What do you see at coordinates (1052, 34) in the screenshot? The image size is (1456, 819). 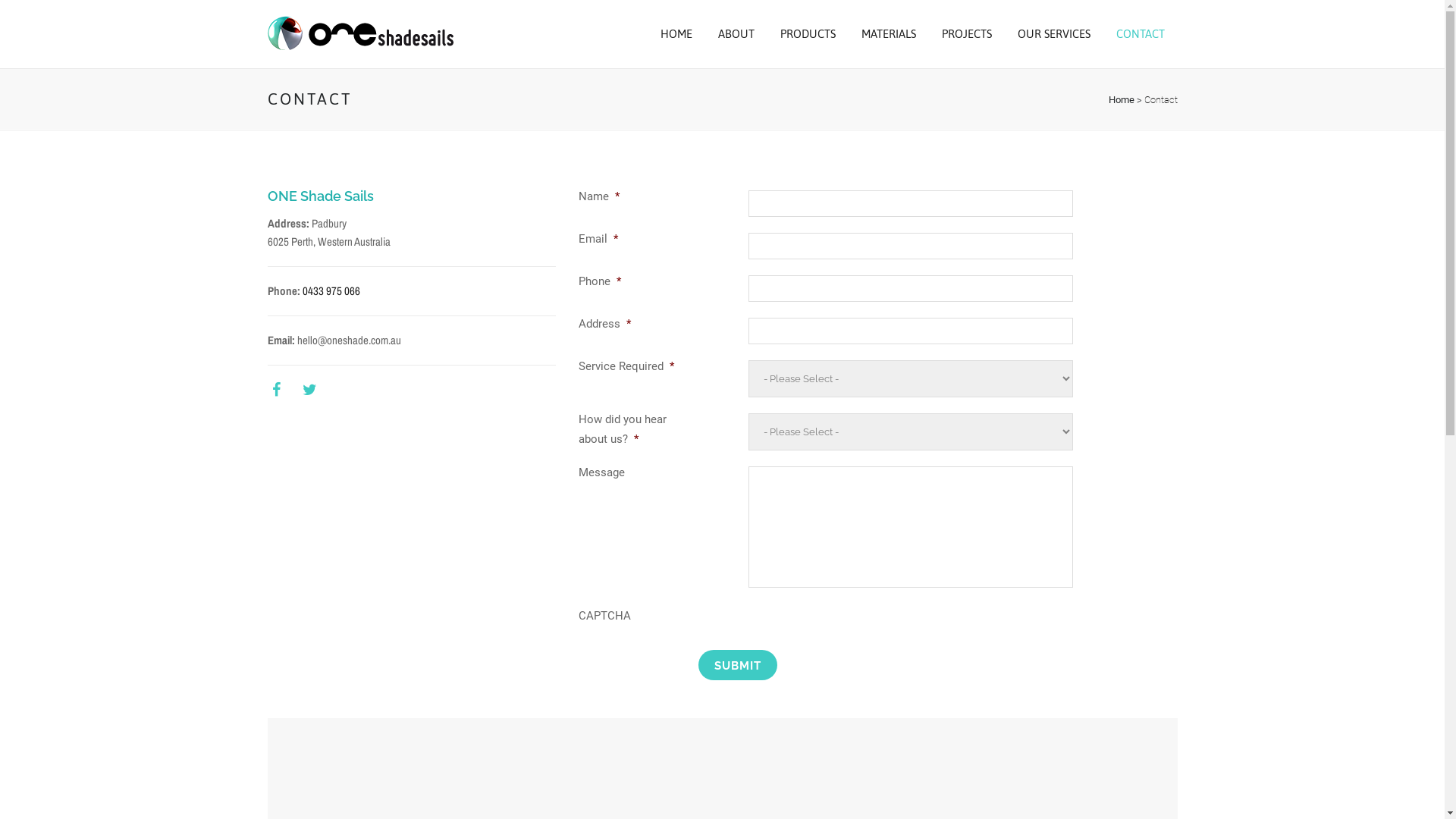 I see `'OUR SERVICES'` at bounding box center [1052, 34].